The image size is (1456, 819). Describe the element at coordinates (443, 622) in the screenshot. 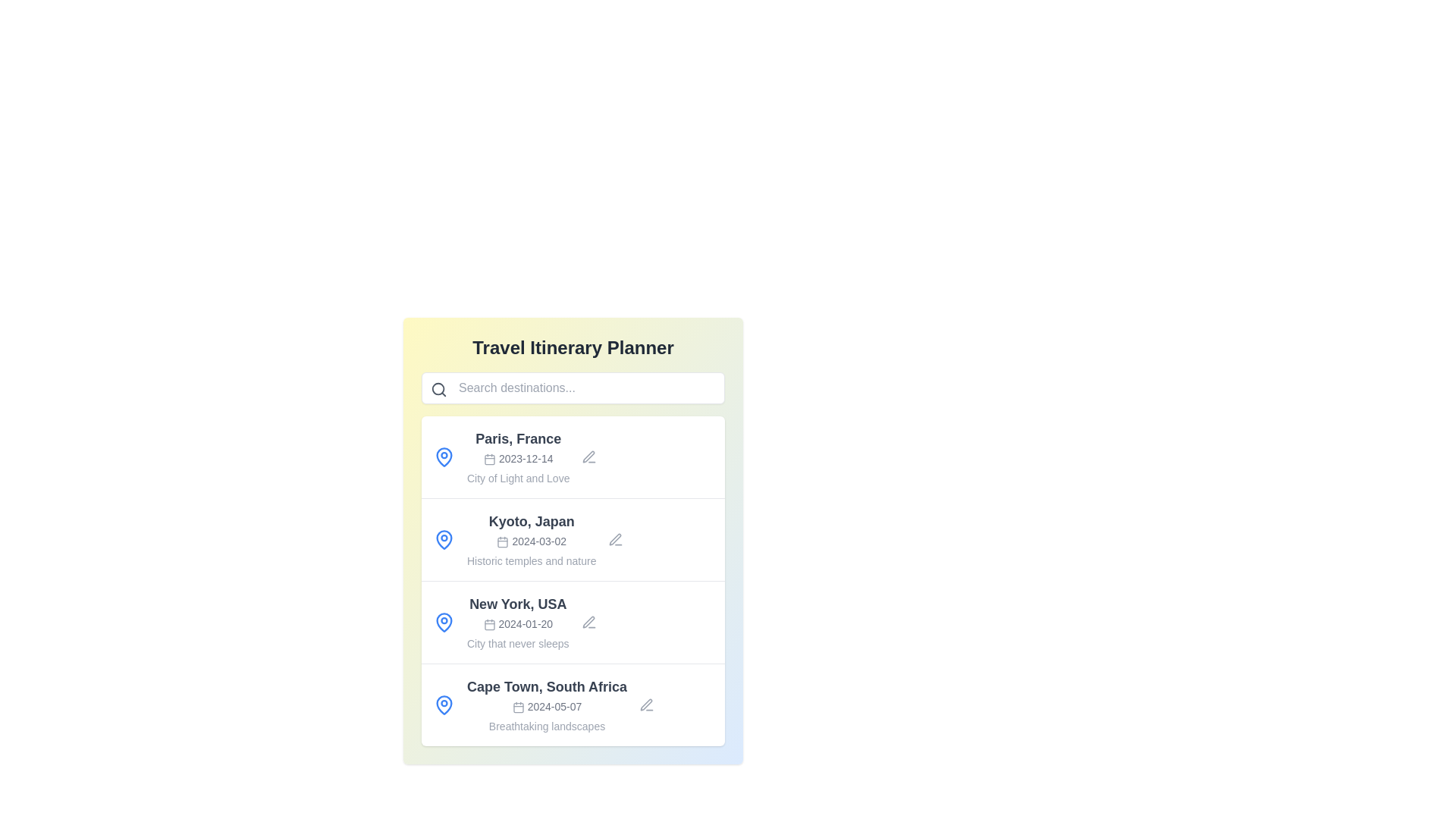

I see `the decorative geographical location icon next to the 'New York, USA' item in the list` at that location.